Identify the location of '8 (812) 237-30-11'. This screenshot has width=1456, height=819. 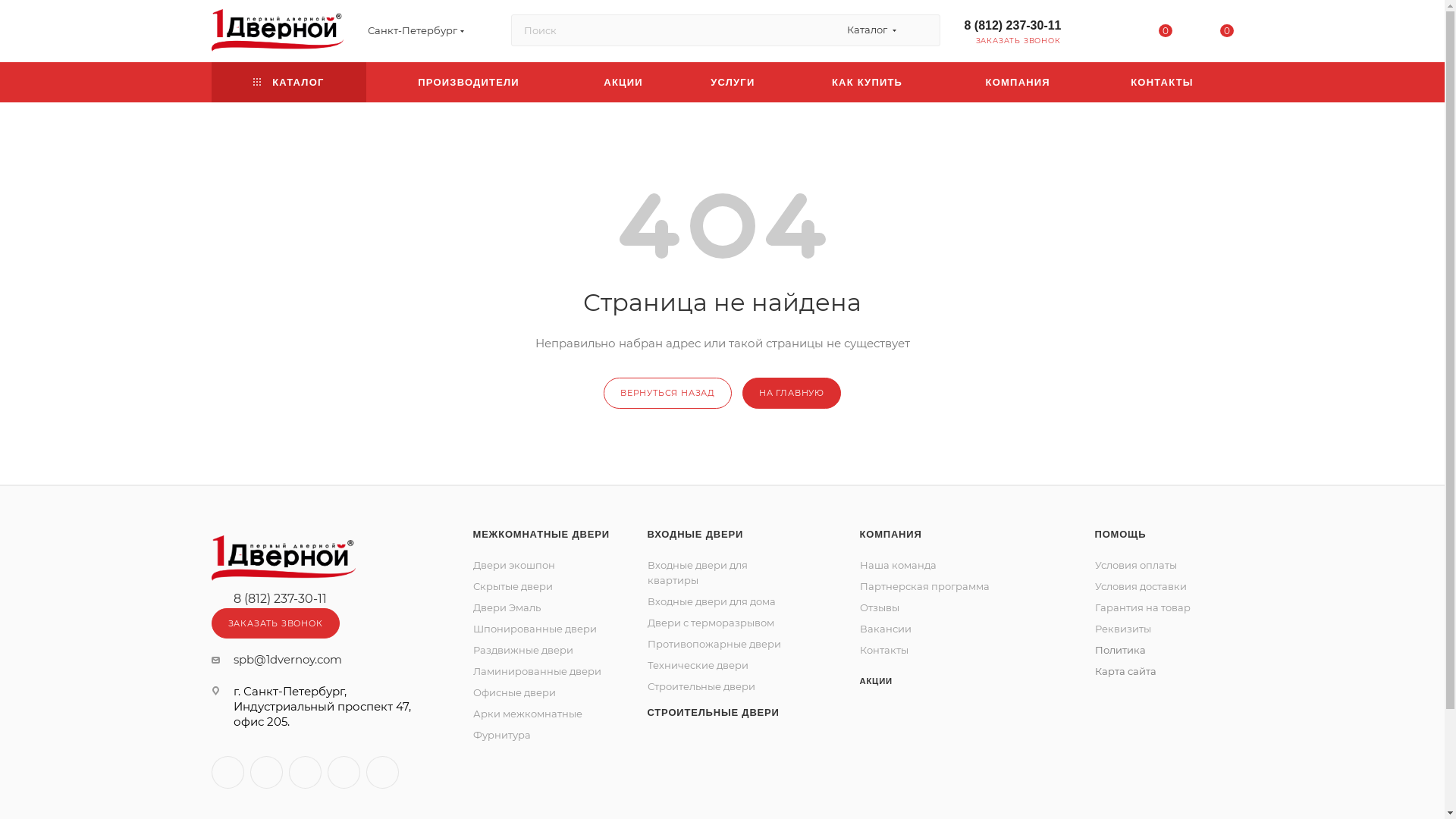
(280, 598).